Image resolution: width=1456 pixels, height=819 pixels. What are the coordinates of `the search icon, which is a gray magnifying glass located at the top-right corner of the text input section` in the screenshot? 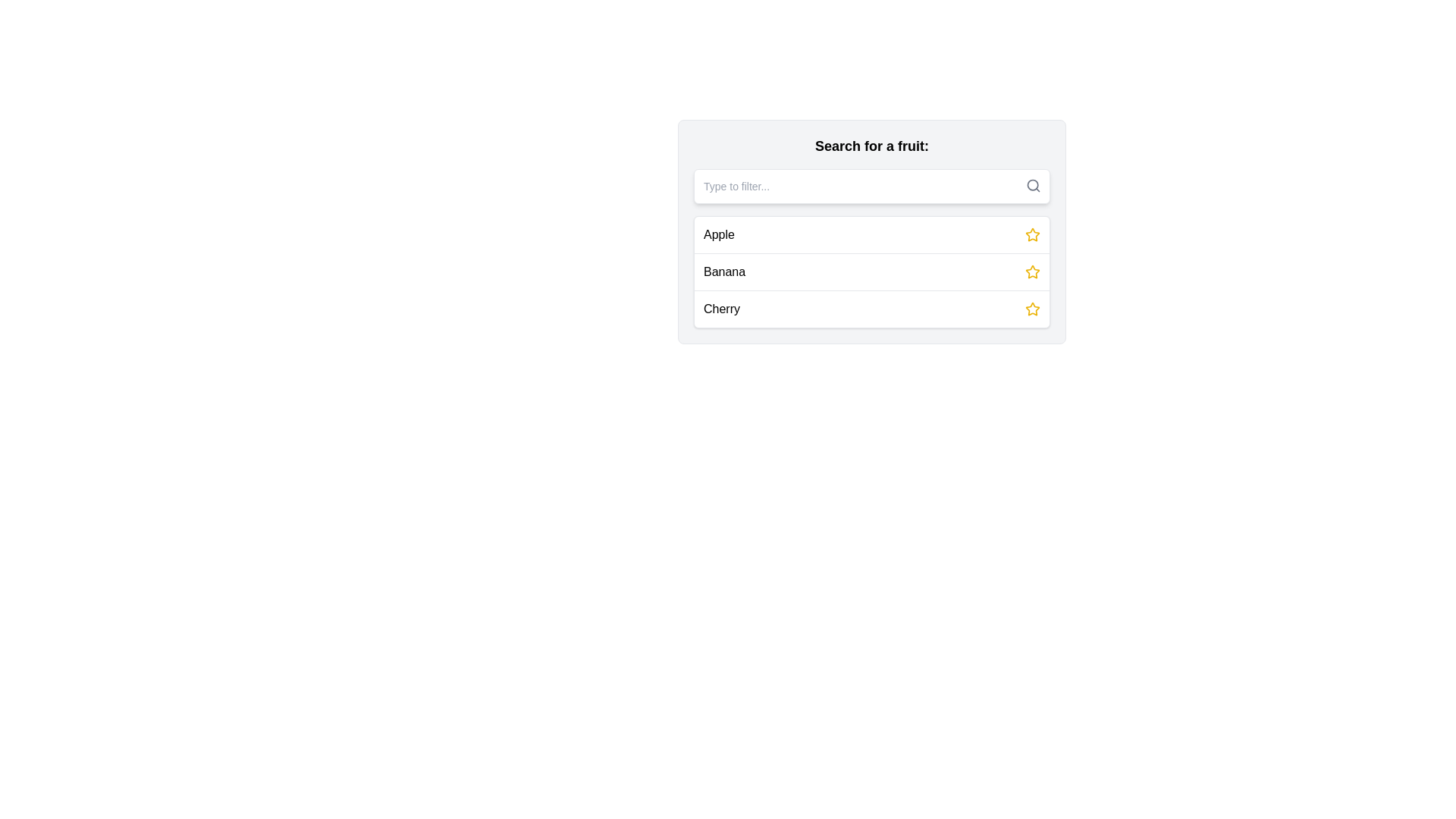 It's located at (1033, 185).